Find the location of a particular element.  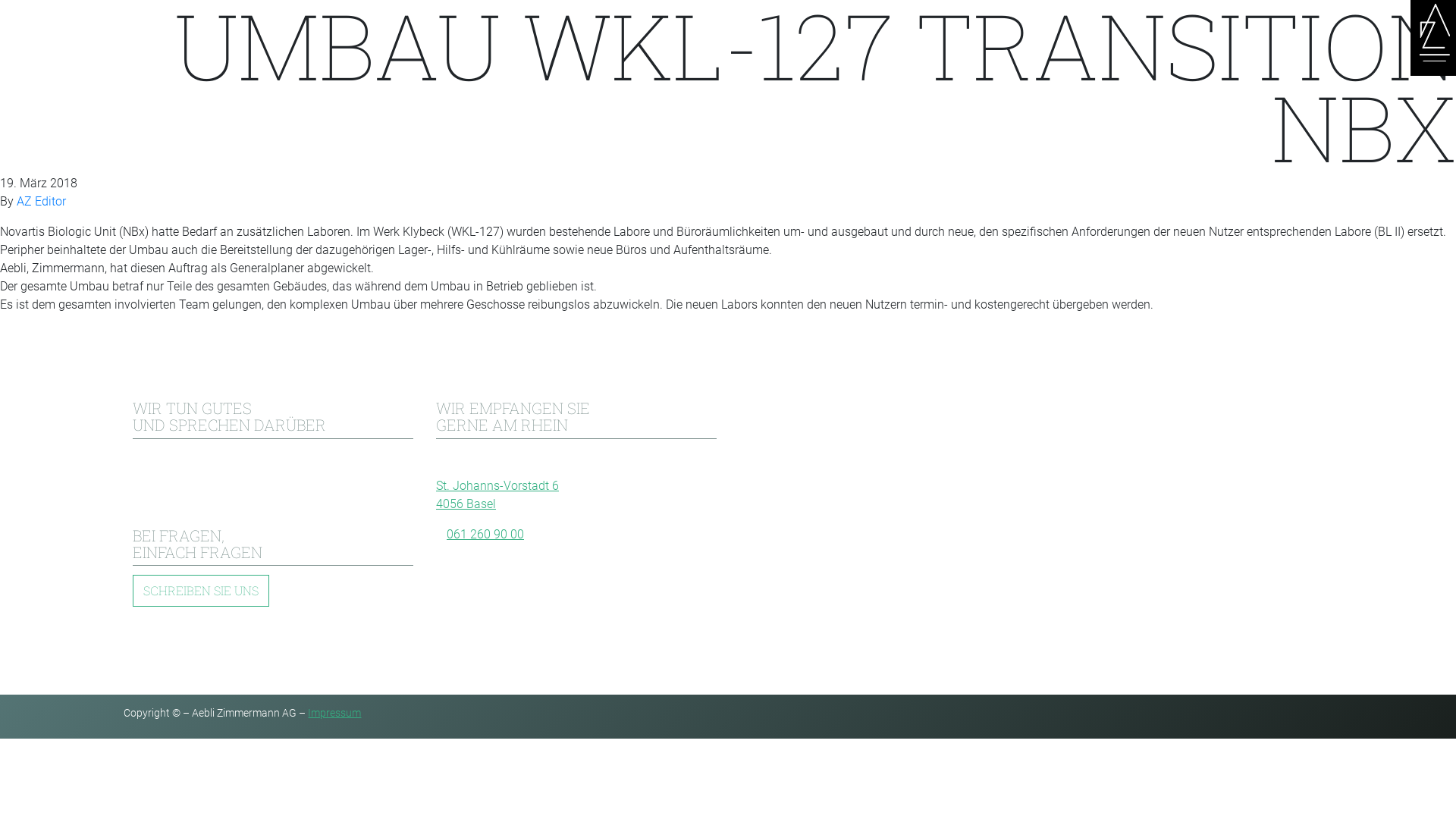

'AZ Editor' is located at coordinates (41, 200).